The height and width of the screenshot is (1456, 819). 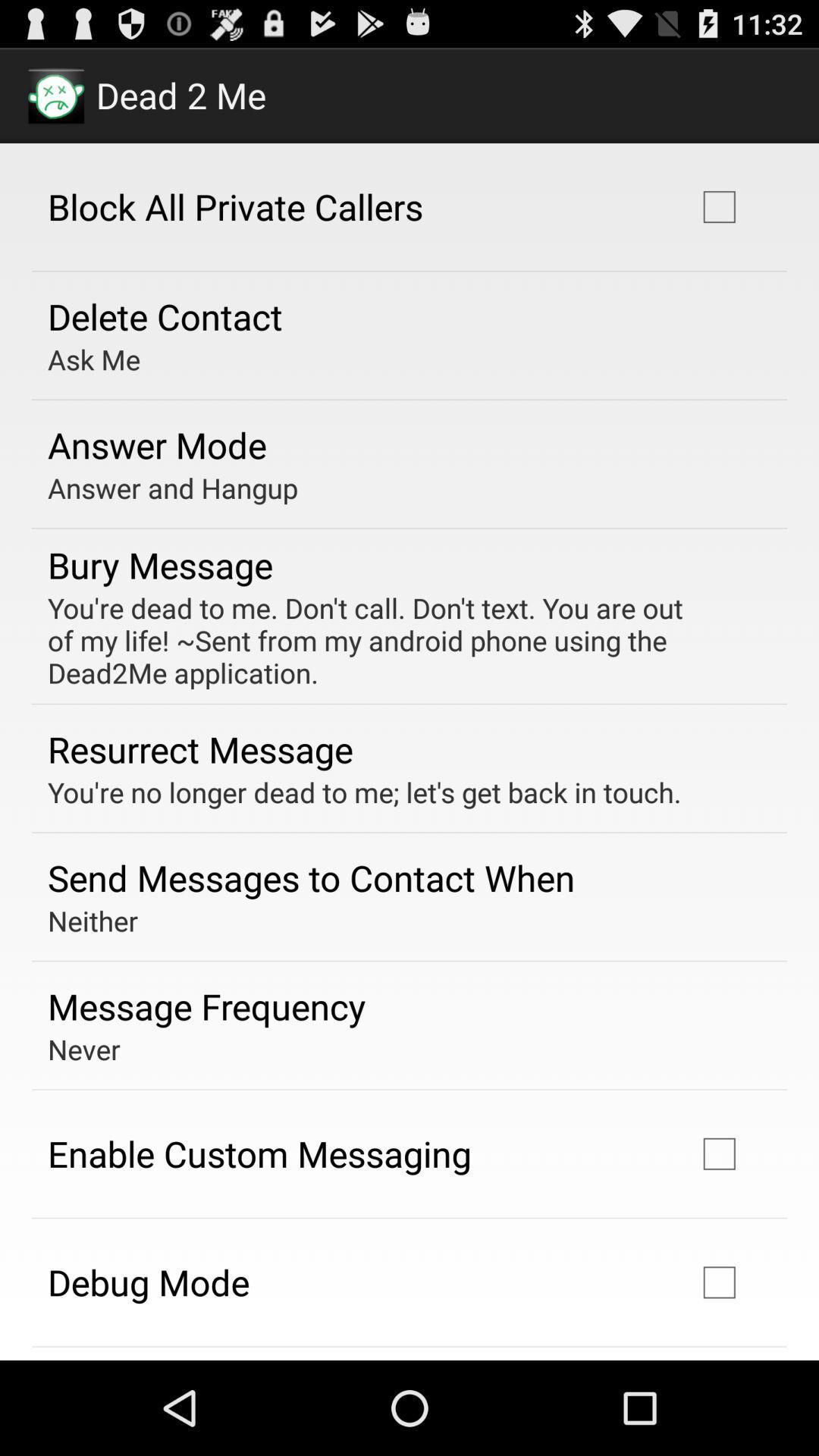 I want to click on app above the neither icon, so click(x=310, y=877).